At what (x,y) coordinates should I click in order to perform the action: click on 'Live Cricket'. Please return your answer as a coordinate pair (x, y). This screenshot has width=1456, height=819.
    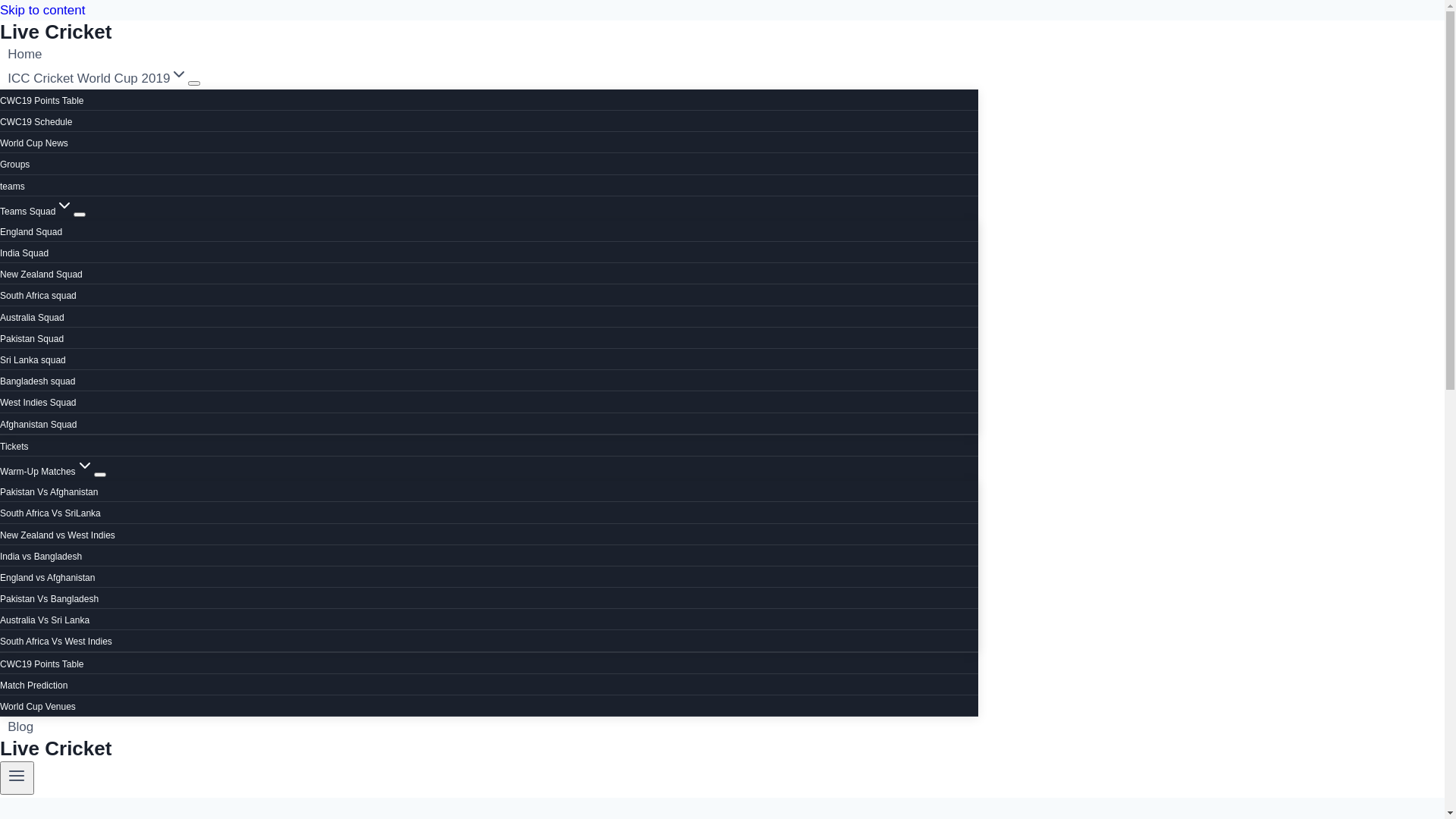
    Looking at the image, I should click on (488, 748).